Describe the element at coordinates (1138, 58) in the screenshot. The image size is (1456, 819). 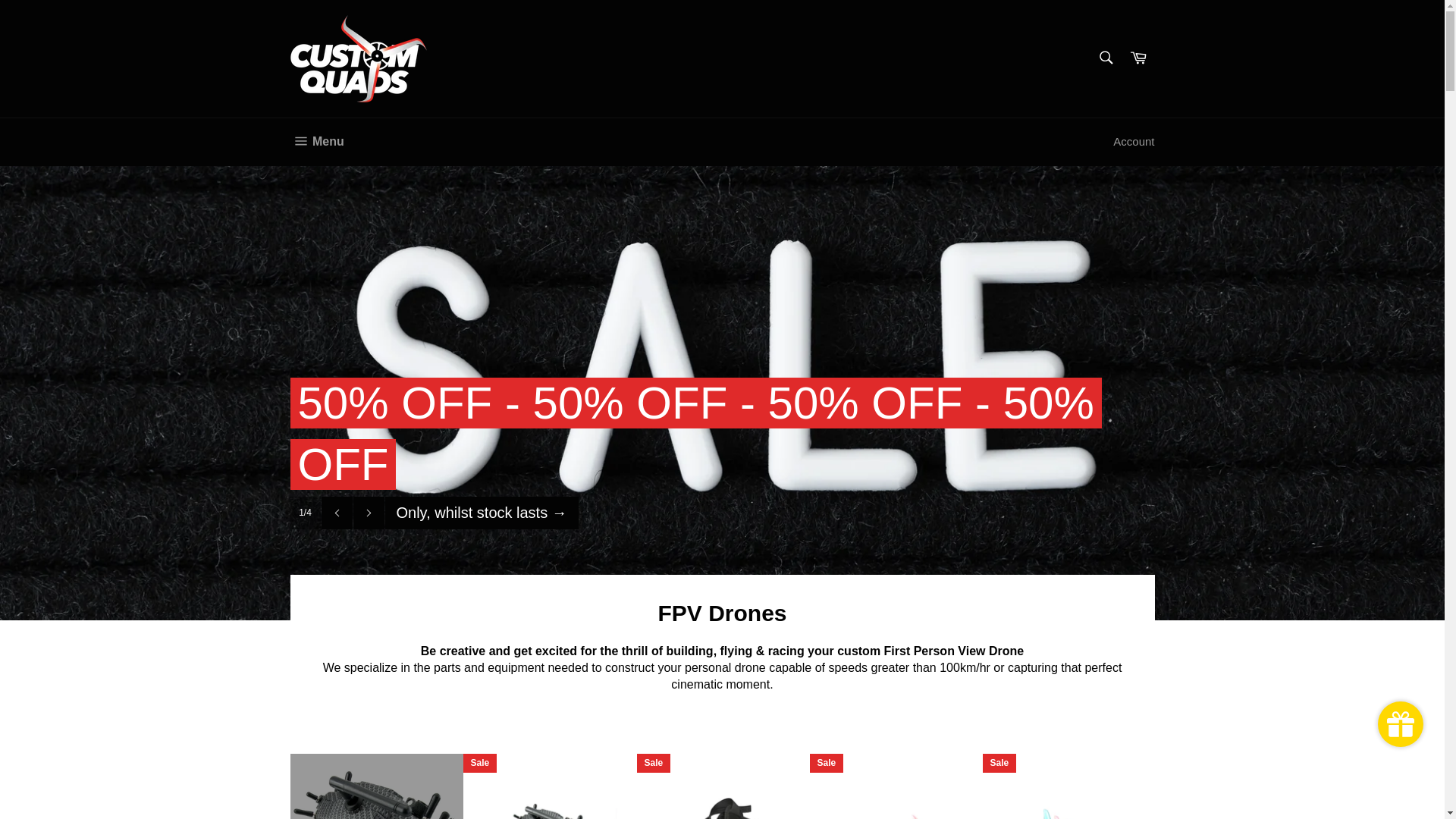
I see `'Cart'` at that location.